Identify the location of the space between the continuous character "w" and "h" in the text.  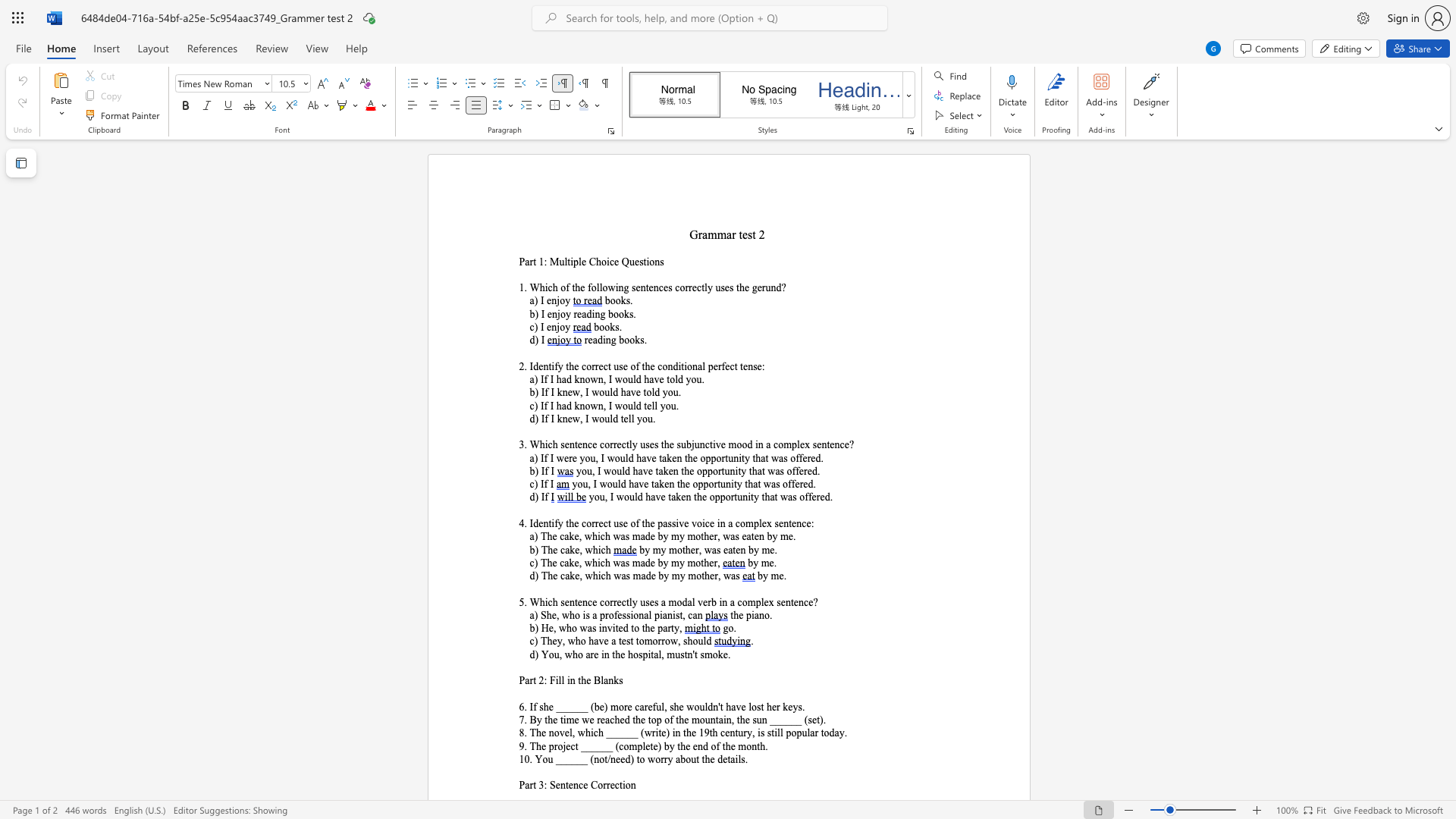
(568, 615).